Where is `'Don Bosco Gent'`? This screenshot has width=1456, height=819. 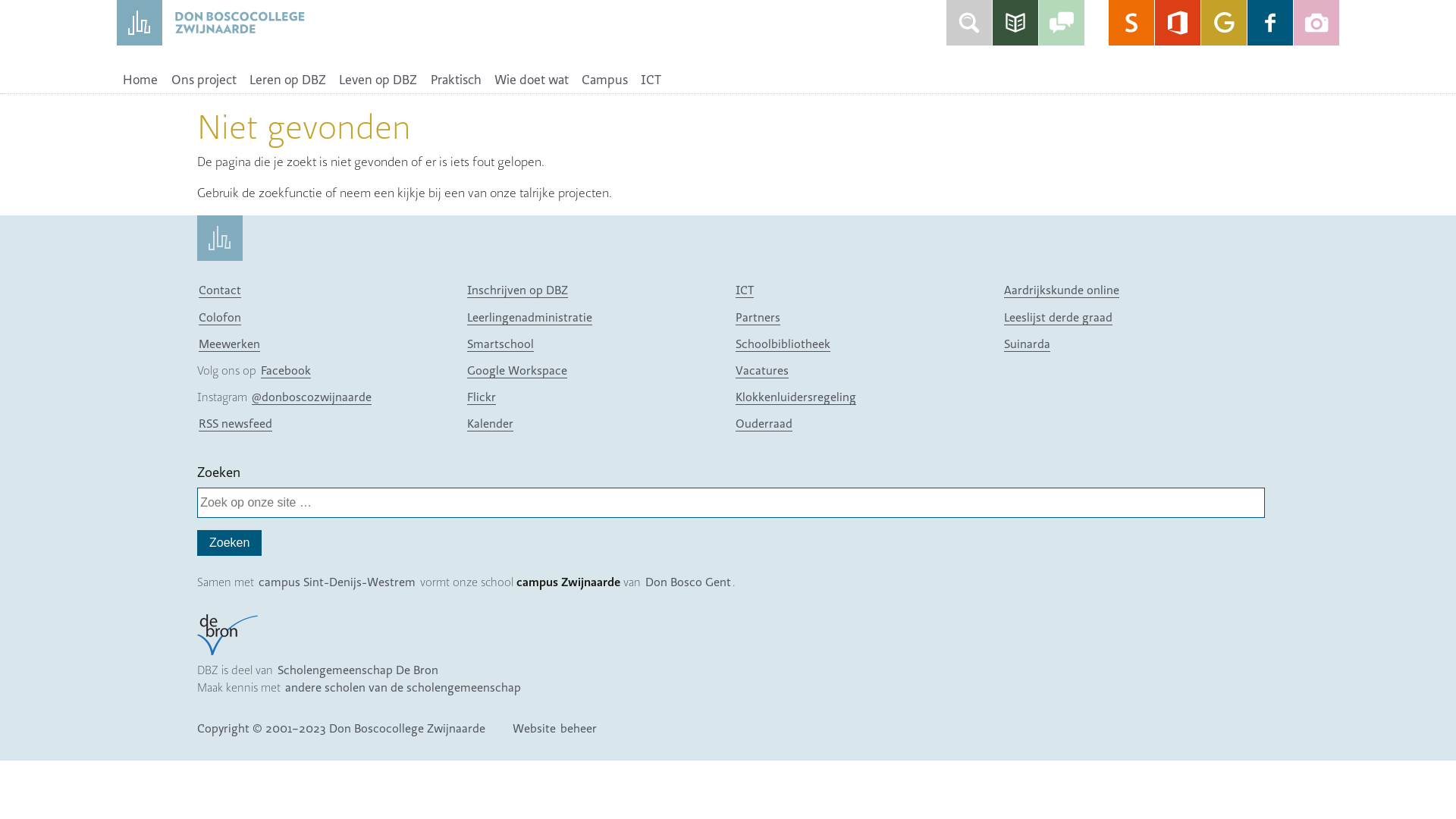 'Don Bosco Gent' is located at coordinates (687, 581).